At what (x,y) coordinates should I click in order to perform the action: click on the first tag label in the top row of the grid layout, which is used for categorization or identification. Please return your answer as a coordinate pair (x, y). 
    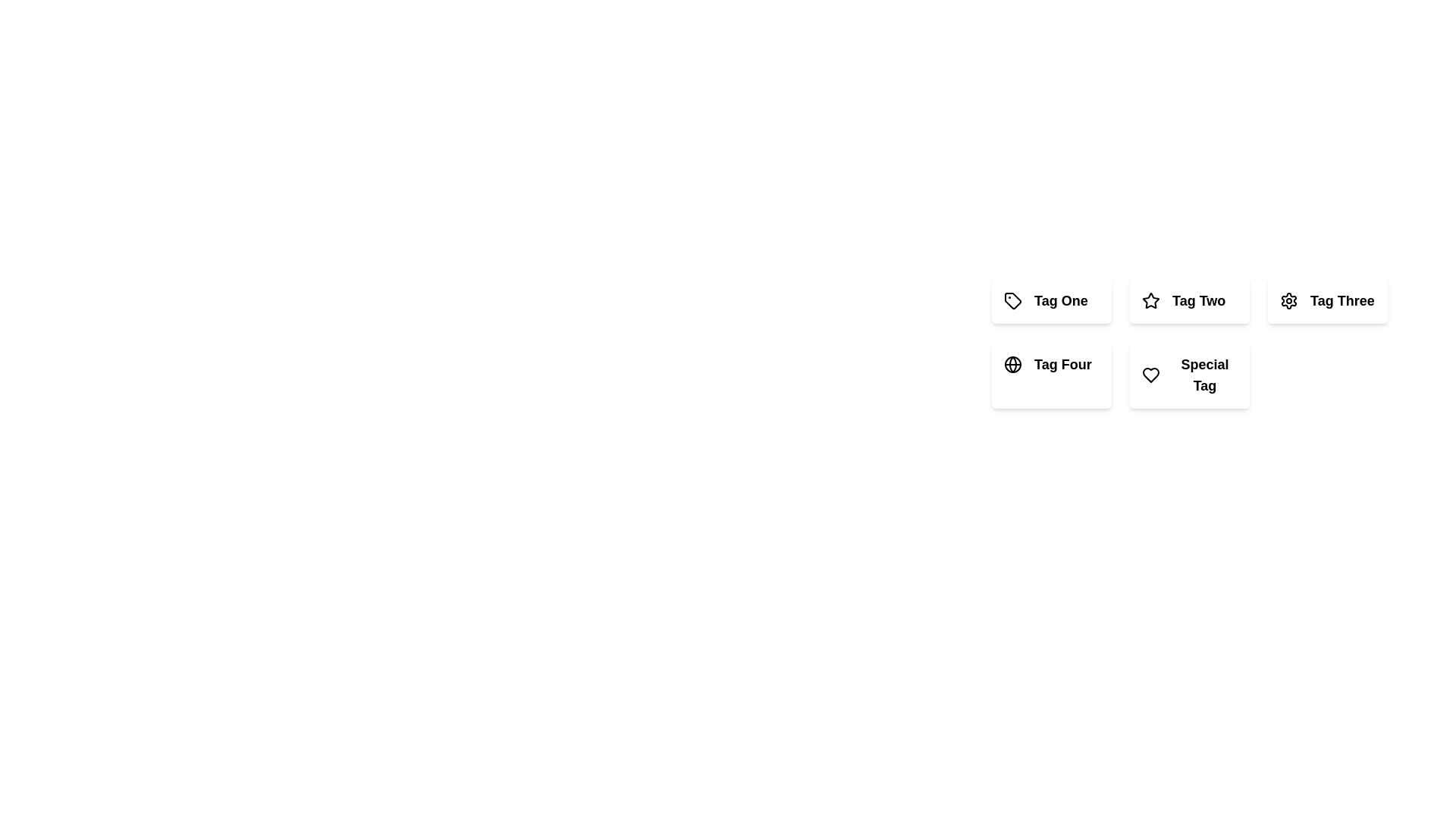
    Looking at the image, I should click on (1060, 301).